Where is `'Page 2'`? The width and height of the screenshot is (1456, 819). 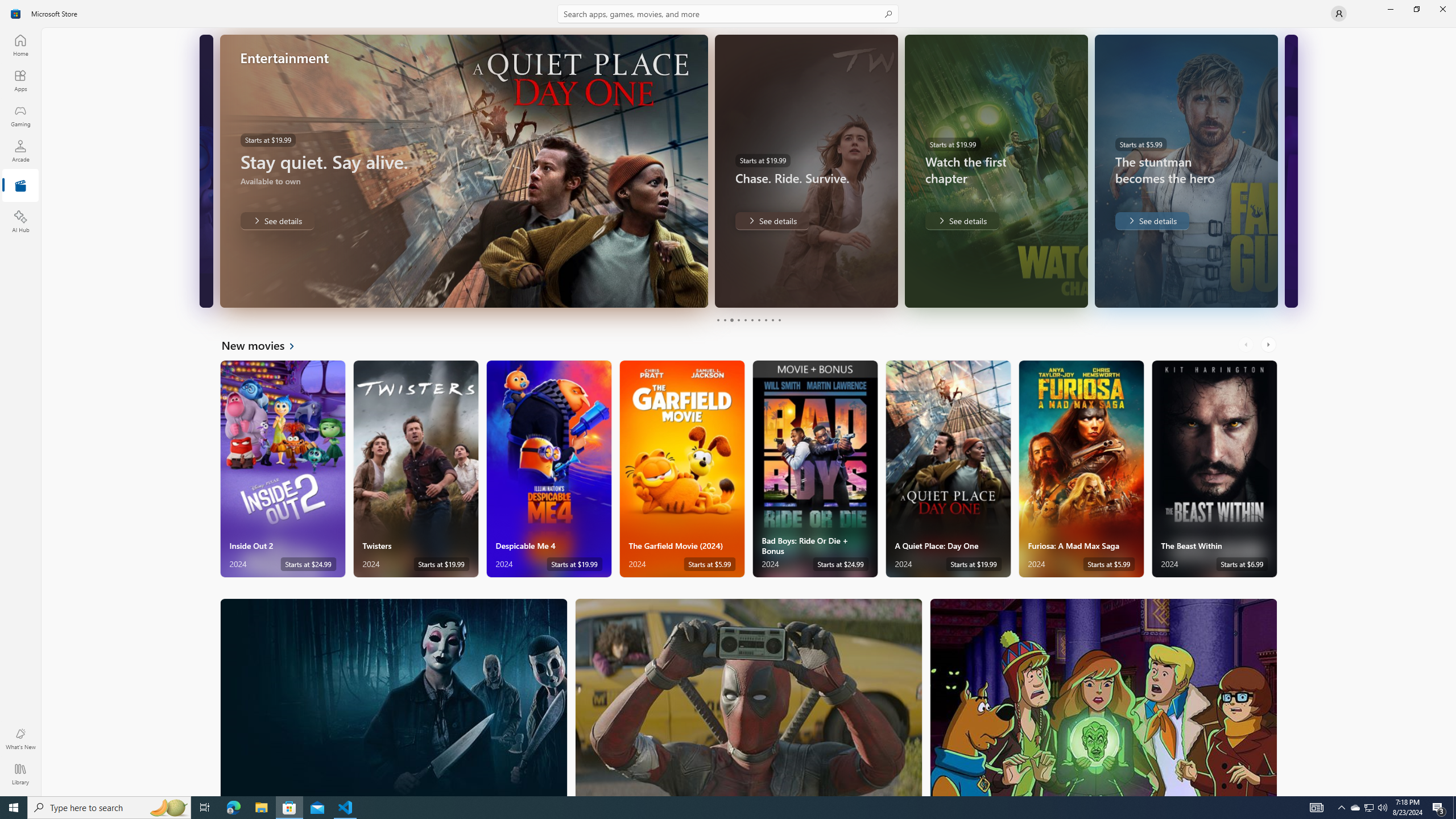
'Page 2' is located at coordinates (723, 320).